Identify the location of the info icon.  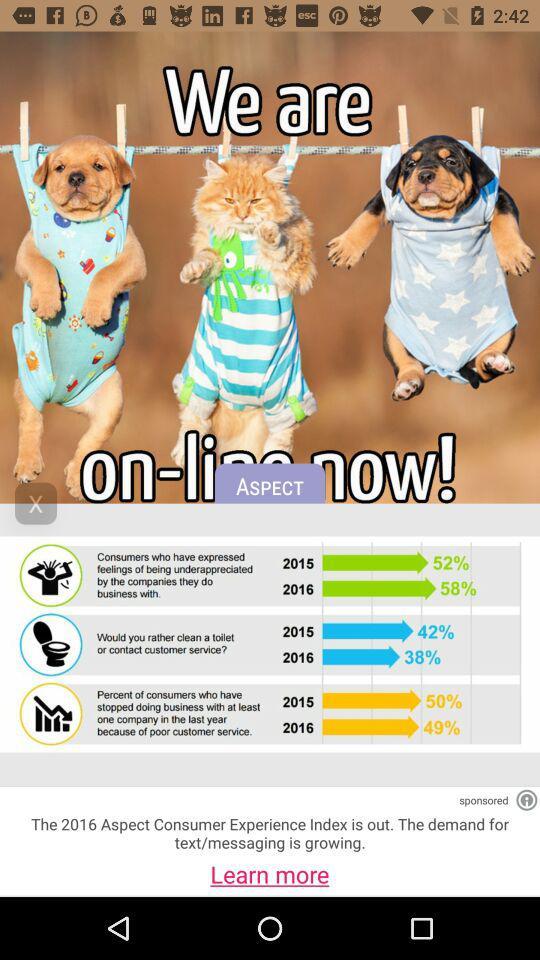
(526, 800).